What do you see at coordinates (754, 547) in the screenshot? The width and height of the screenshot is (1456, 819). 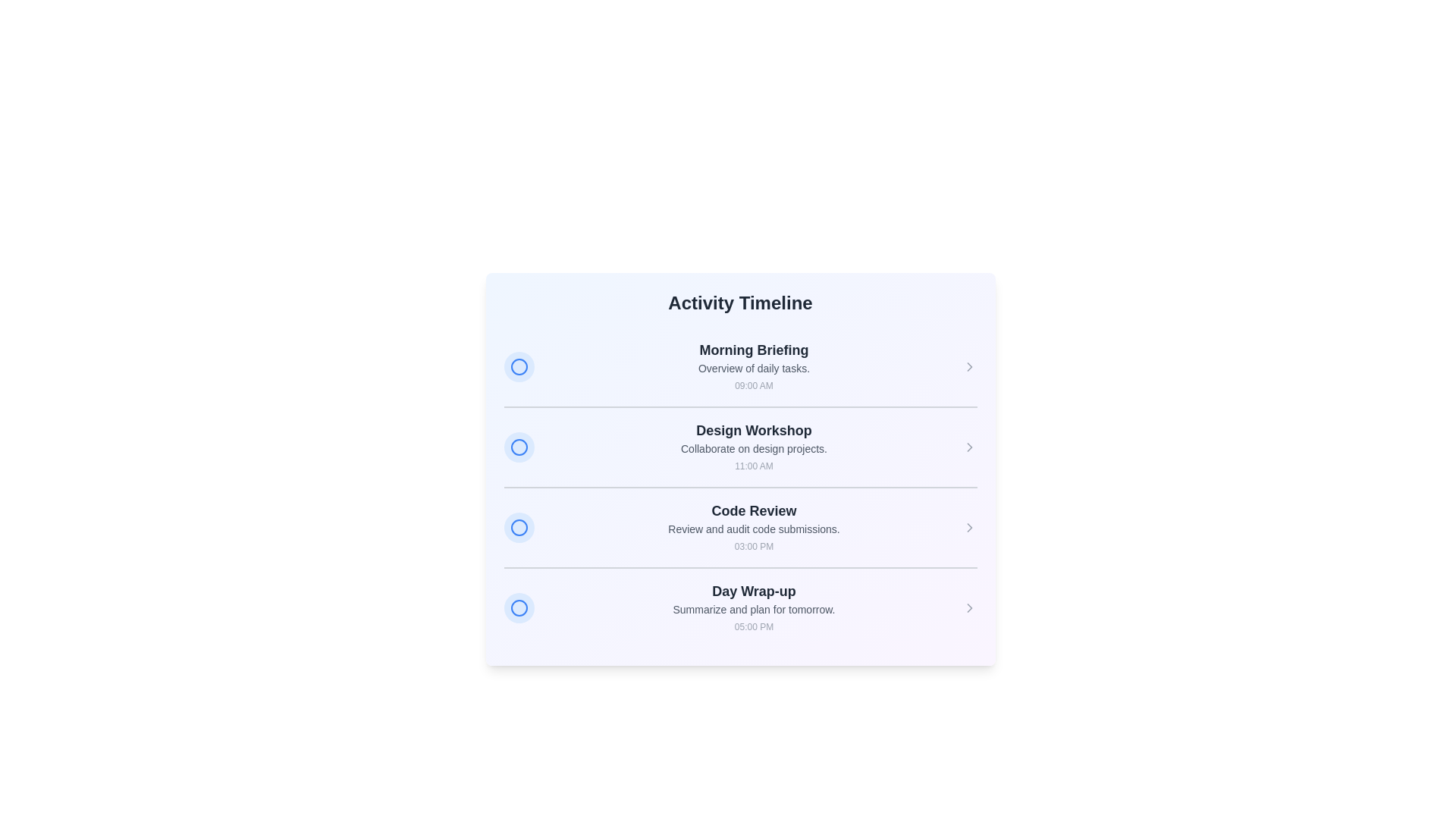 I see `displayed time from the text label showing '03:00 PM', which is located at the bottom-right corner of the information block for 'Code Review'` at bounding box center [754, 547].